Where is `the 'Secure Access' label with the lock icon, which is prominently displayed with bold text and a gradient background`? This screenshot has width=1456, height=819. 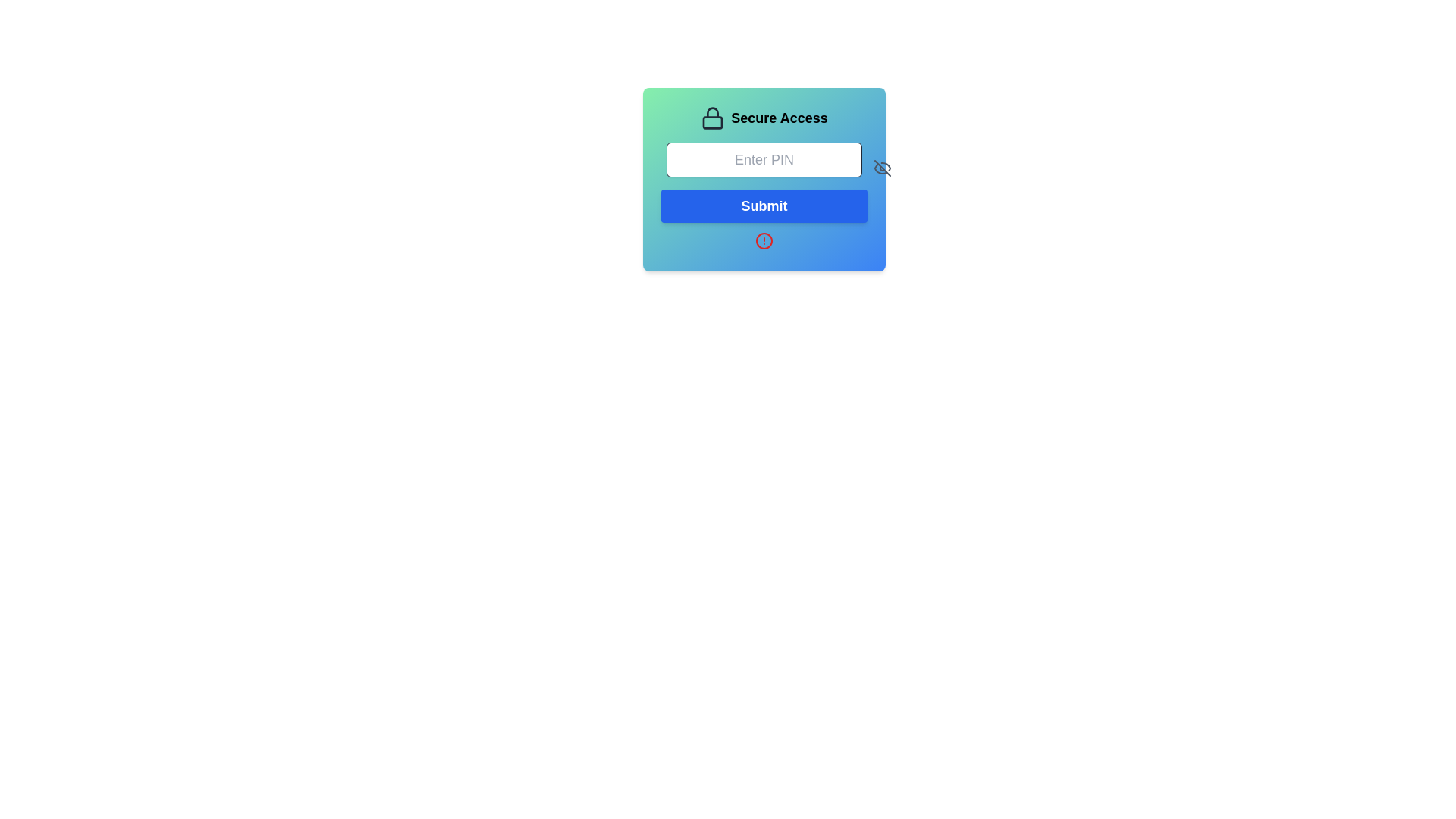 the 'Secure Access' label with the lock icon, which is prominently displayed with bold text and a gradient background is located at coordinates (764, 117).